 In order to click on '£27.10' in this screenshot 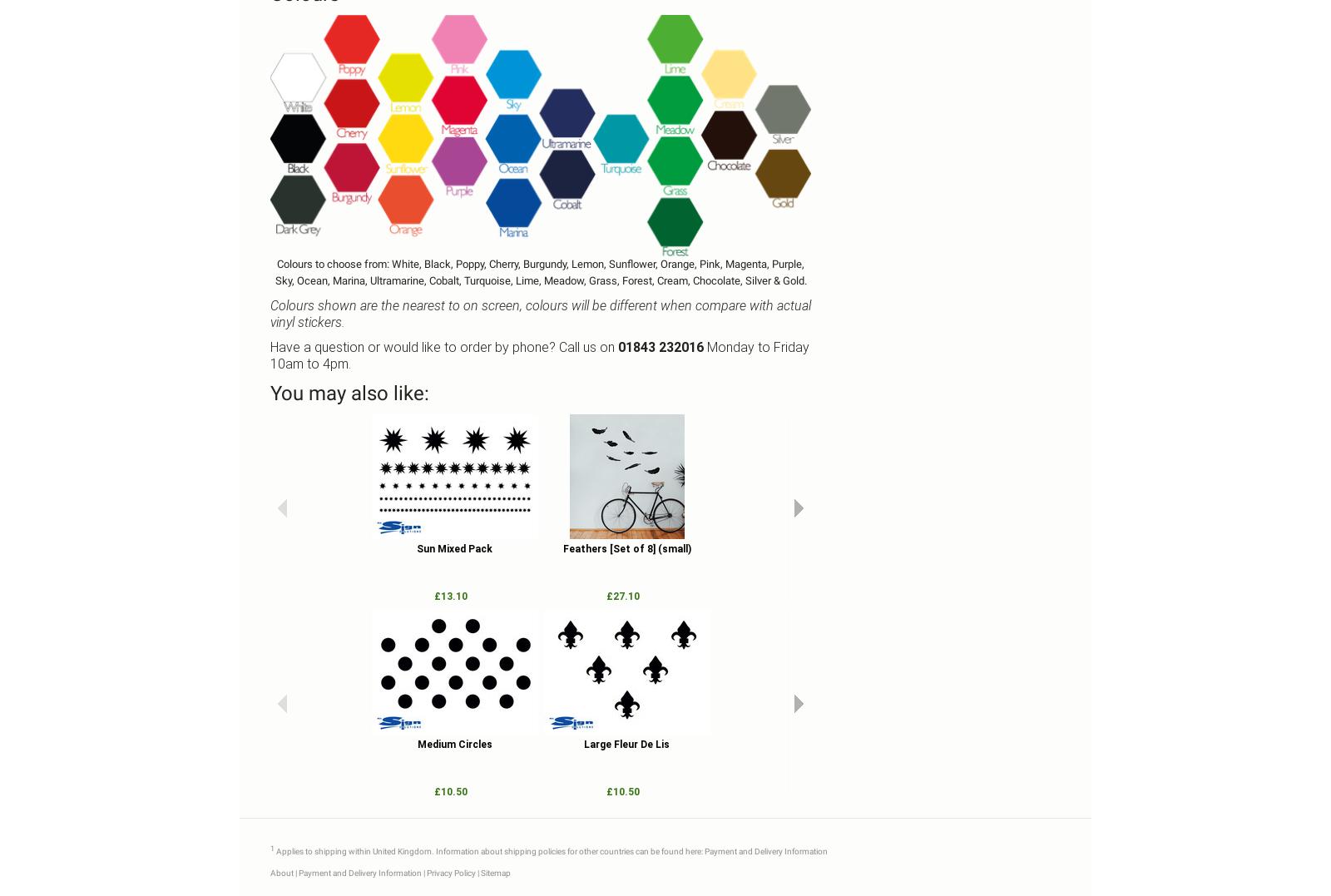, I will do `click(622, 596)`.